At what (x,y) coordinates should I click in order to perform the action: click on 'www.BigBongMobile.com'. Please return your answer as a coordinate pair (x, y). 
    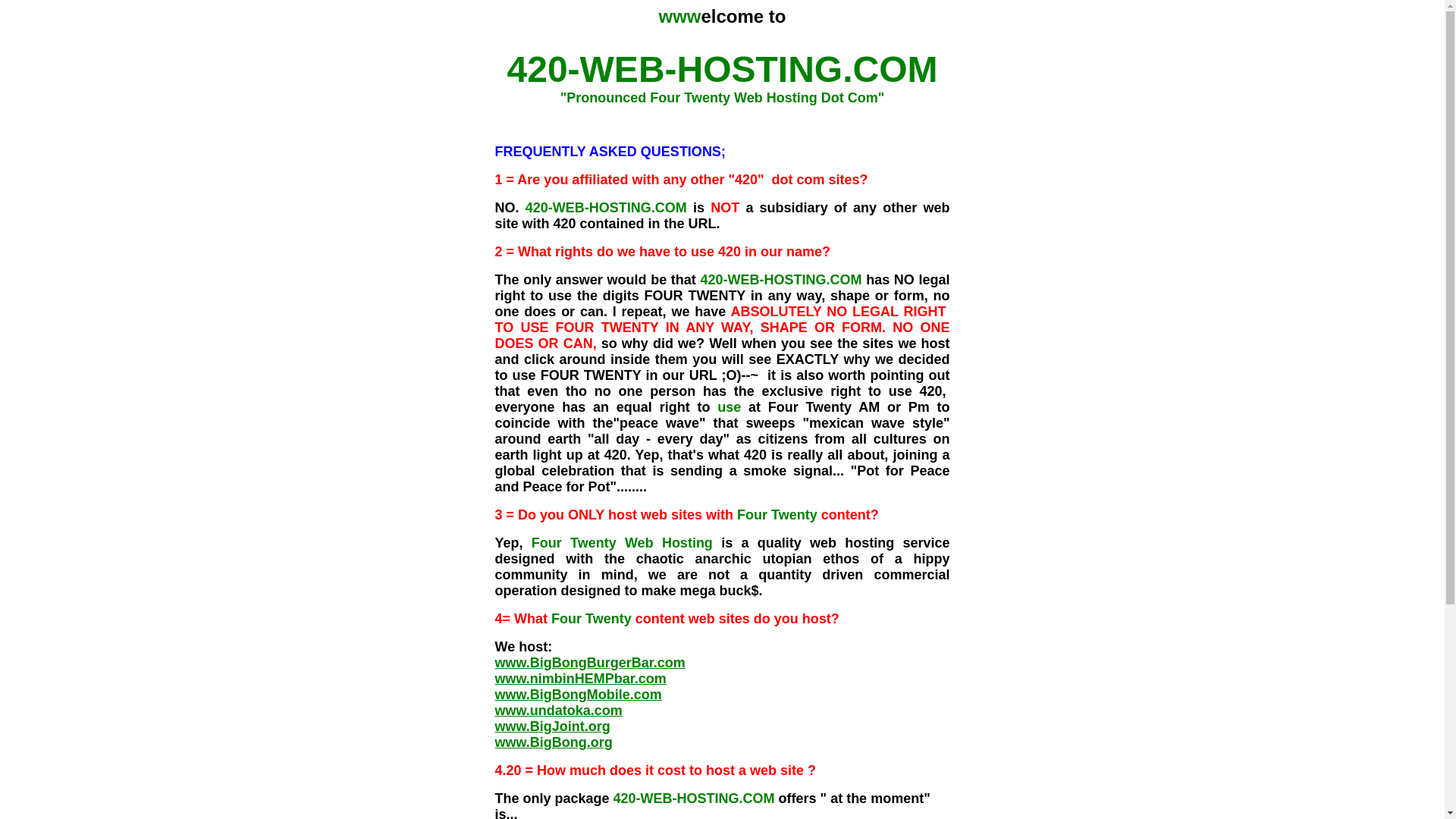
    Looking at the image, I should click on (494, 694).